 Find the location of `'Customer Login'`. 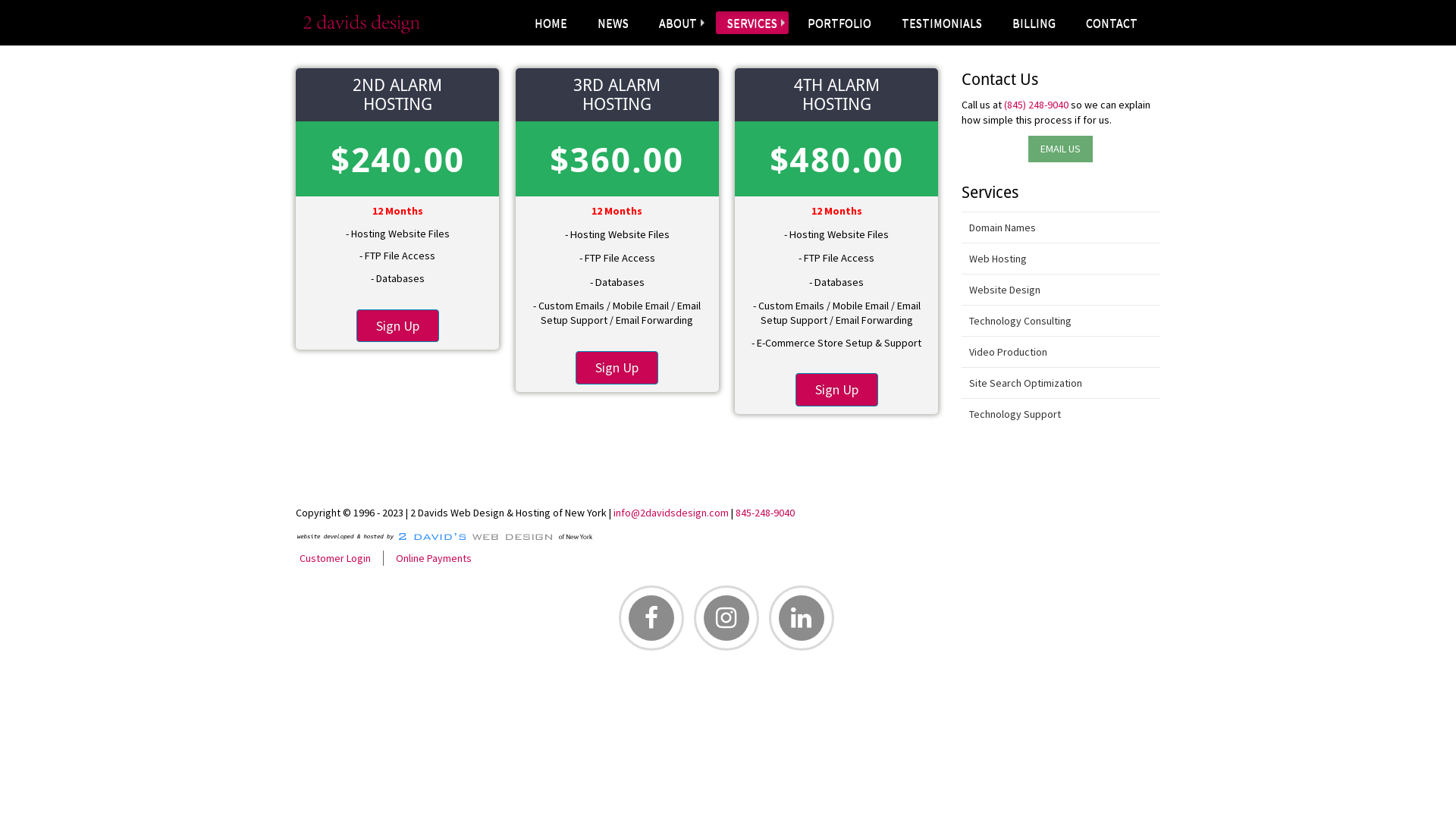

'Customer Login' is located at coordinates (295, 558).